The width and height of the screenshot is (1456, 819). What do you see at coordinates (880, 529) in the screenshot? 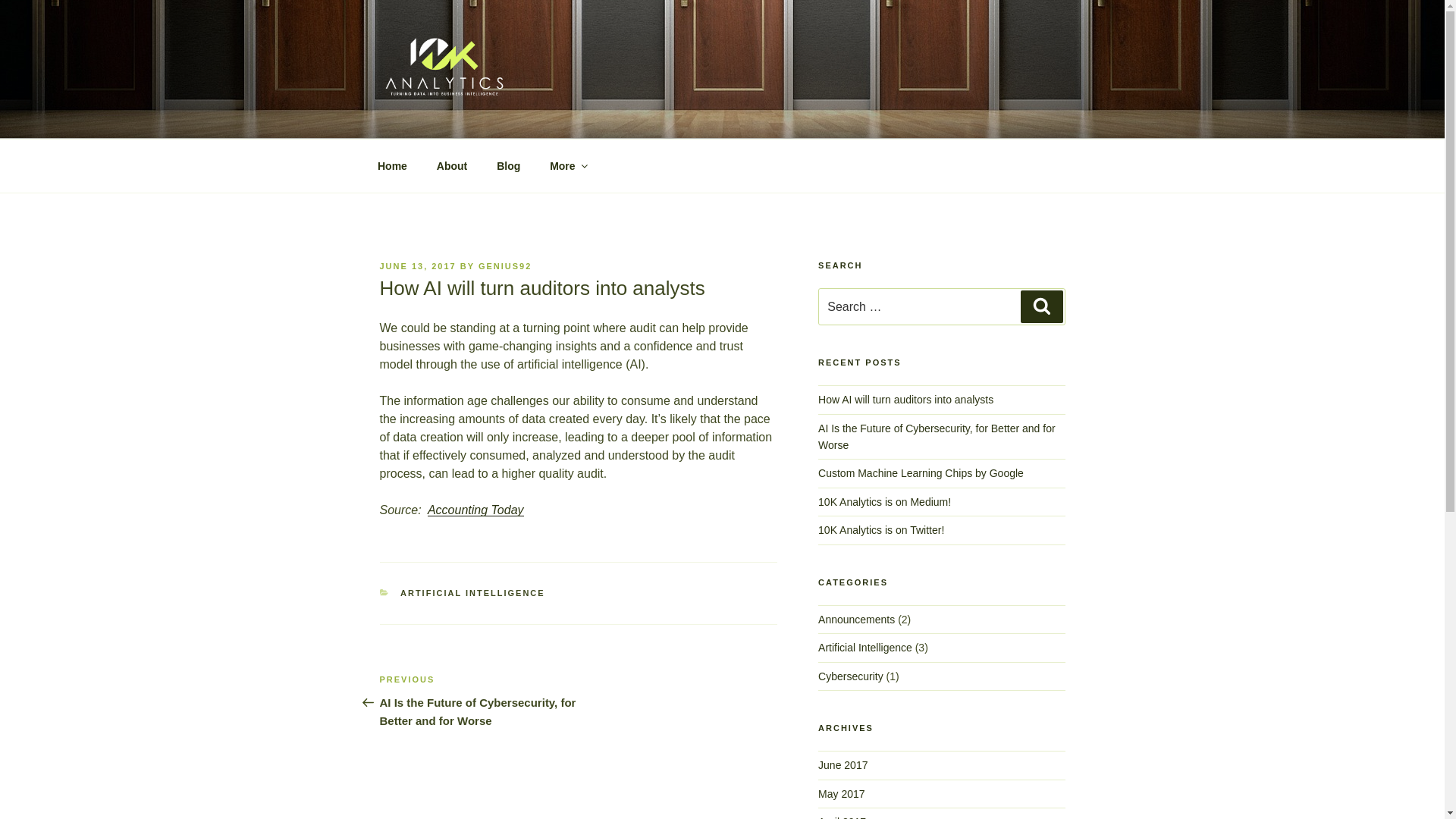
I see `'10K Analytics is on Twitter!'` at bounding box center [880, 529].